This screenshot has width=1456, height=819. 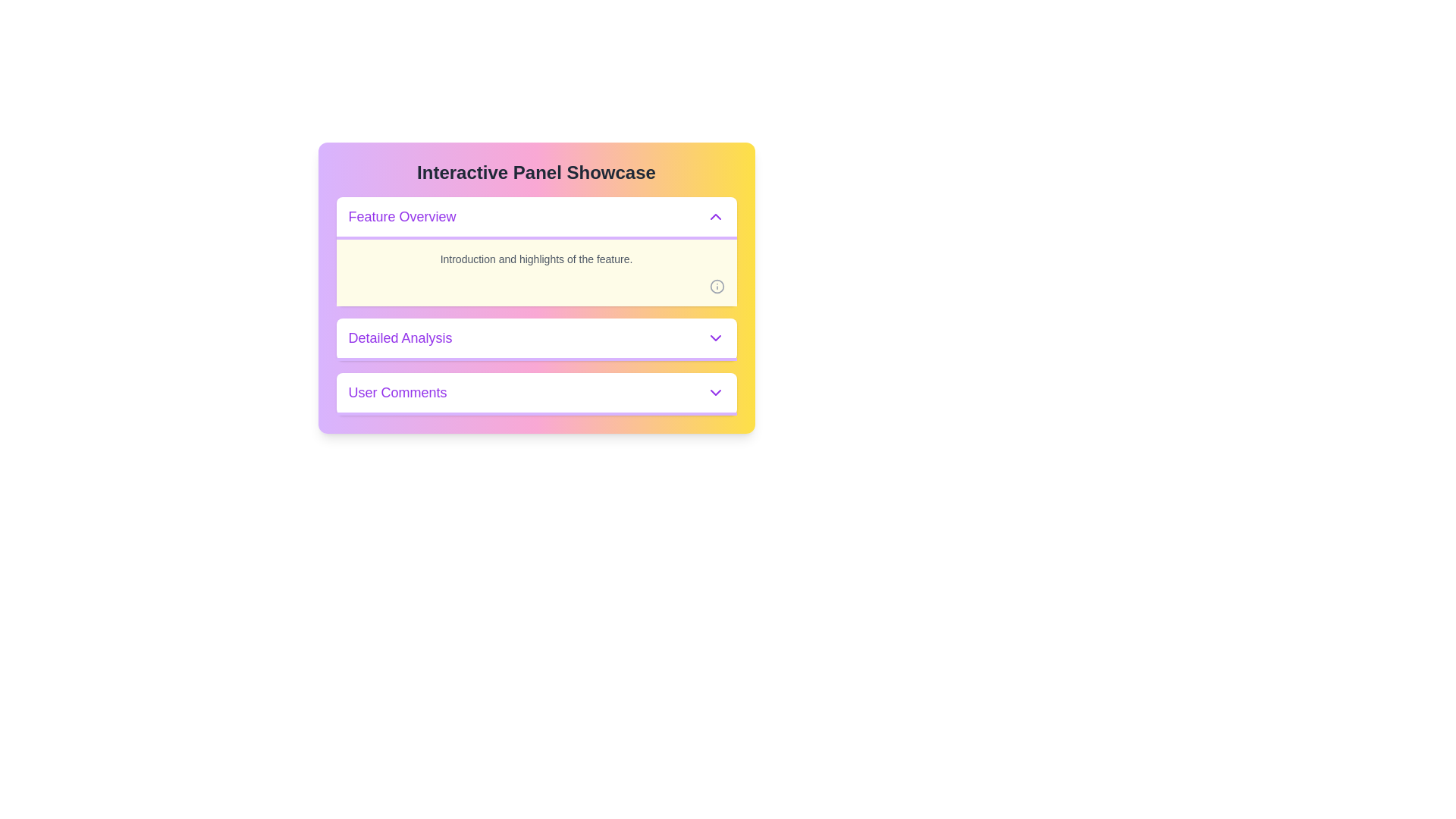 What do you see at coordinates (400, 337) in the screenshot?
I see `the text element 'Detailed Analysis' which is styled with a purple hue and located within a UI card that has a gradient background from yellow to purple` at bounding box center [400, 337].